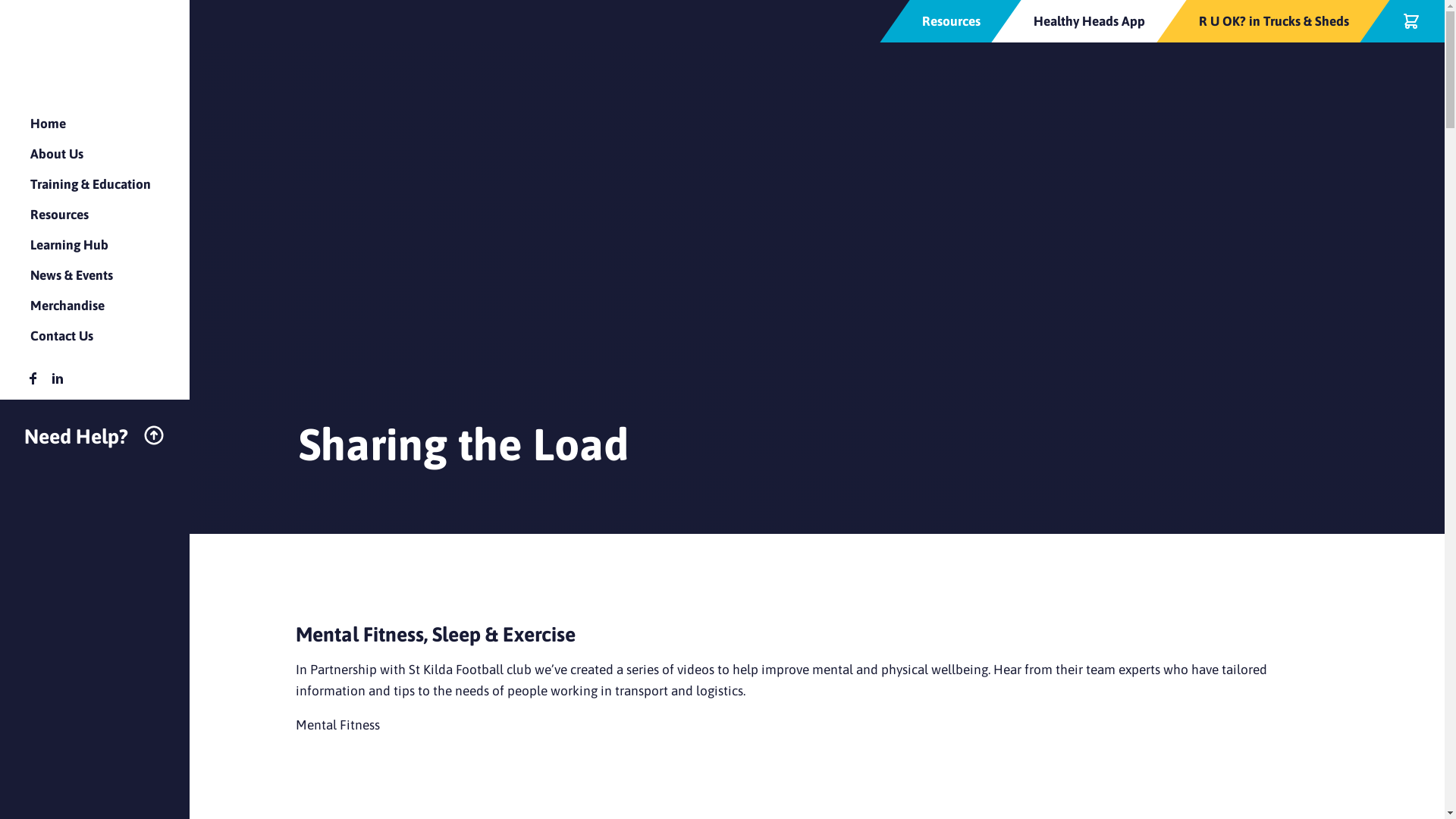 This screenshot has width=1456, height=819. I want to click on 'Home', so click(48, 122).